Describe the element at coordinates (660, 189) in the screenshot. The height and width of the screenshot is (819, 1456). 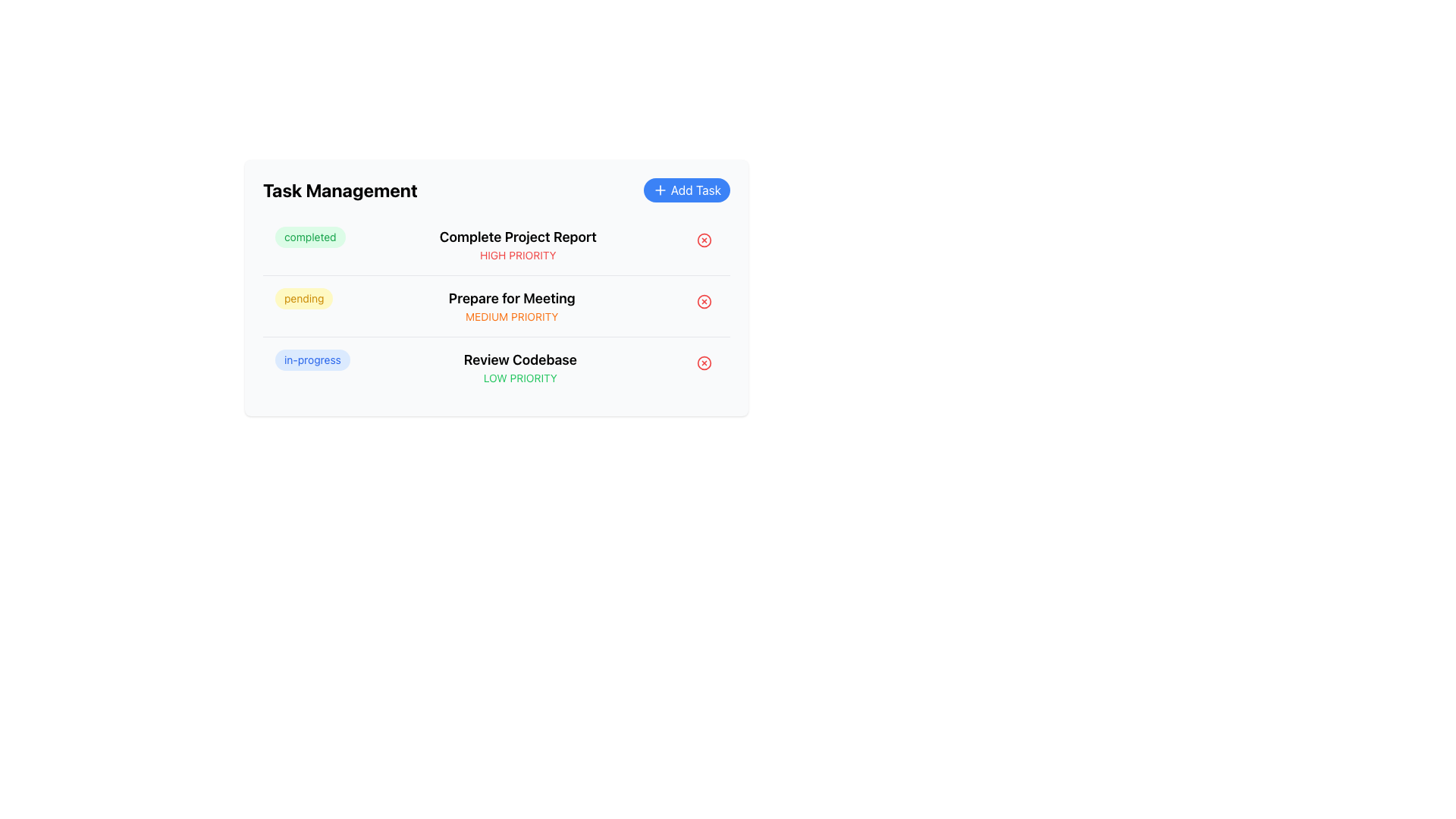
I see `the compact blue circular plus icon located within the 'Add Task' button at the top-right corner of the task management interface` at that location.